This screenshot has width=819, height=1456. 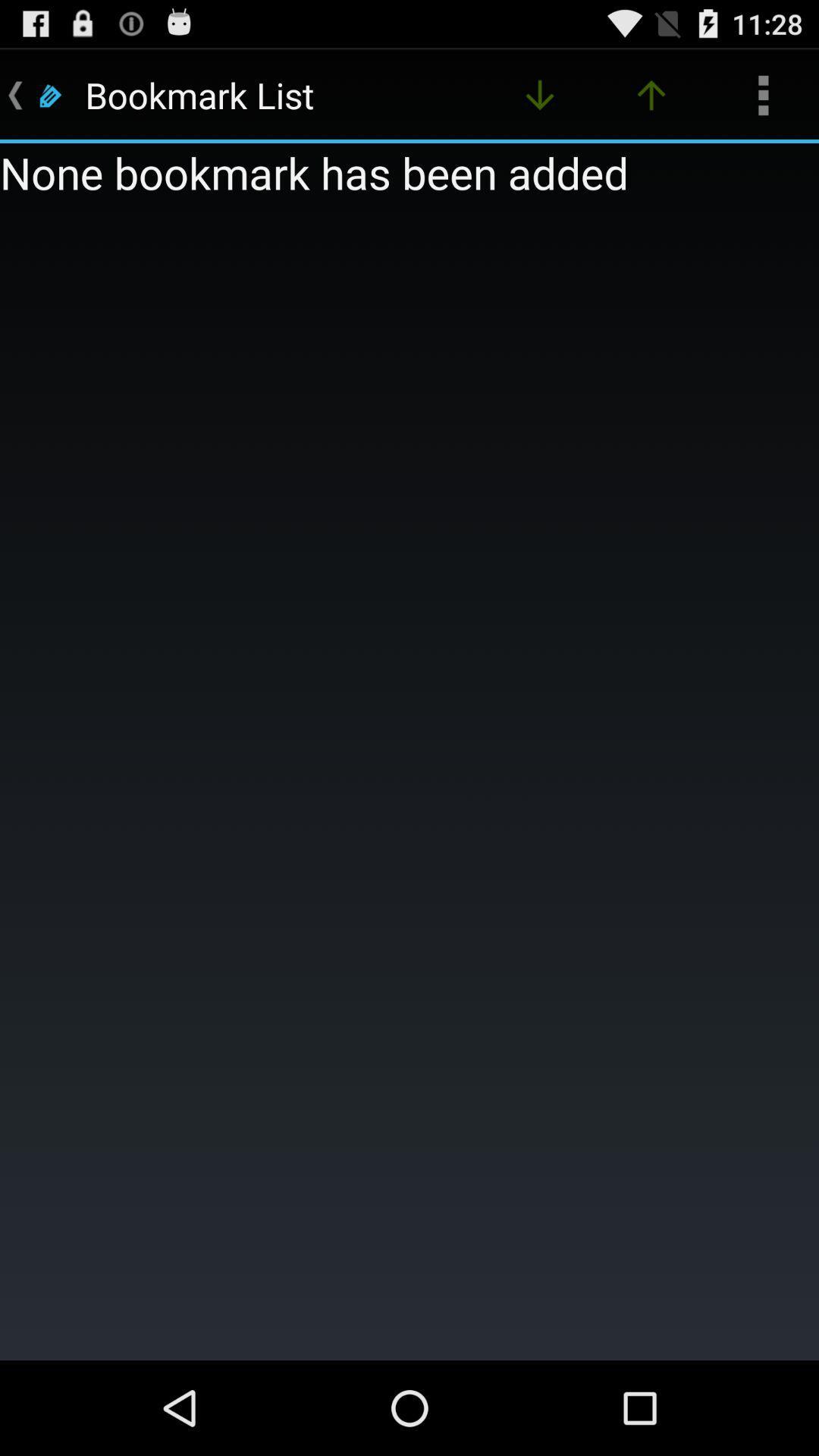 What do you see at coordinates (539, 94) in the screenshot?
I see `item to the right of the bookmark list app` at bounding box center [539, 94].